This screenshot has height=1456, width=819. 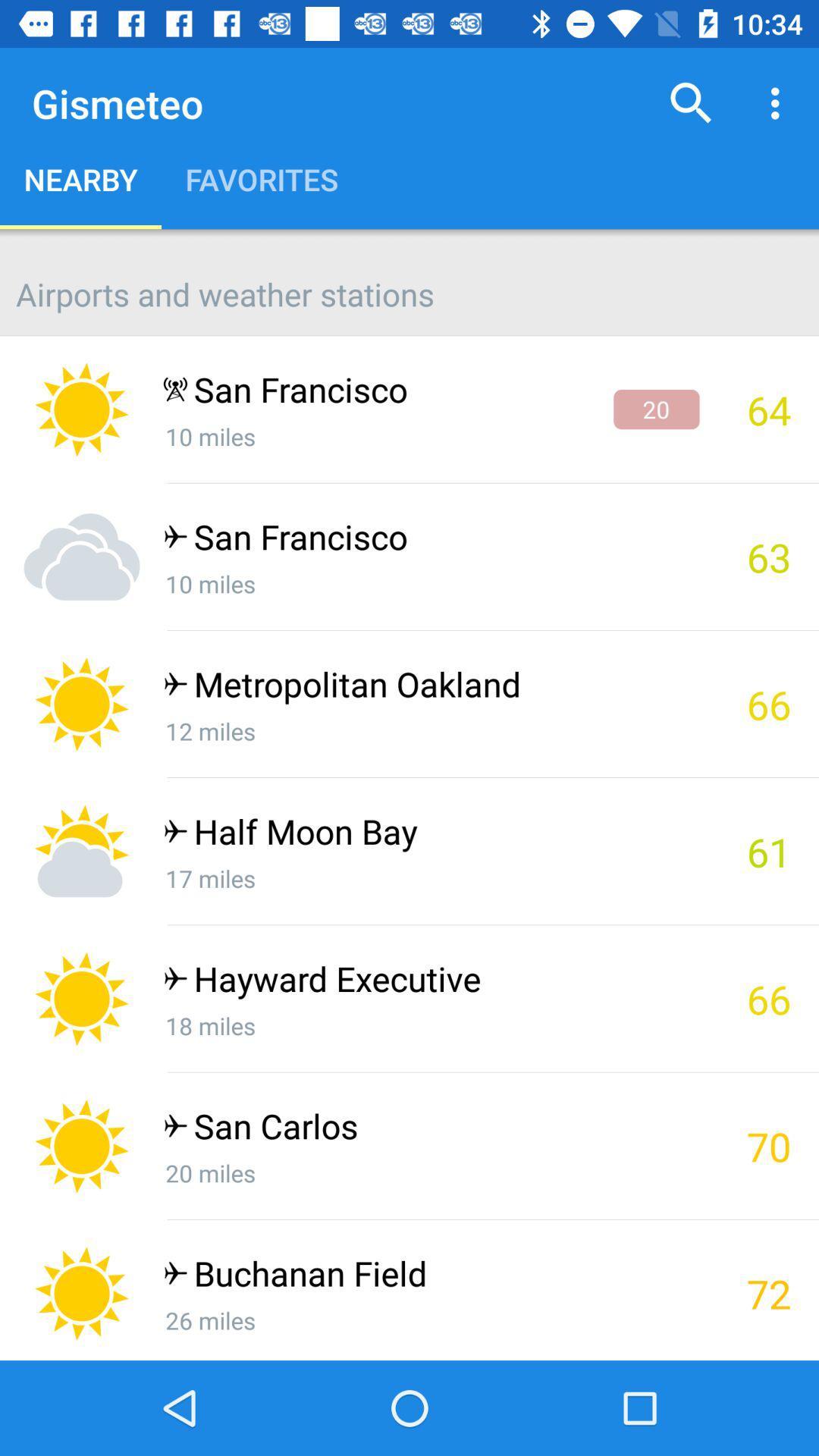 I want to click on the app next to the 70 item, so click(x=431, y=1129).